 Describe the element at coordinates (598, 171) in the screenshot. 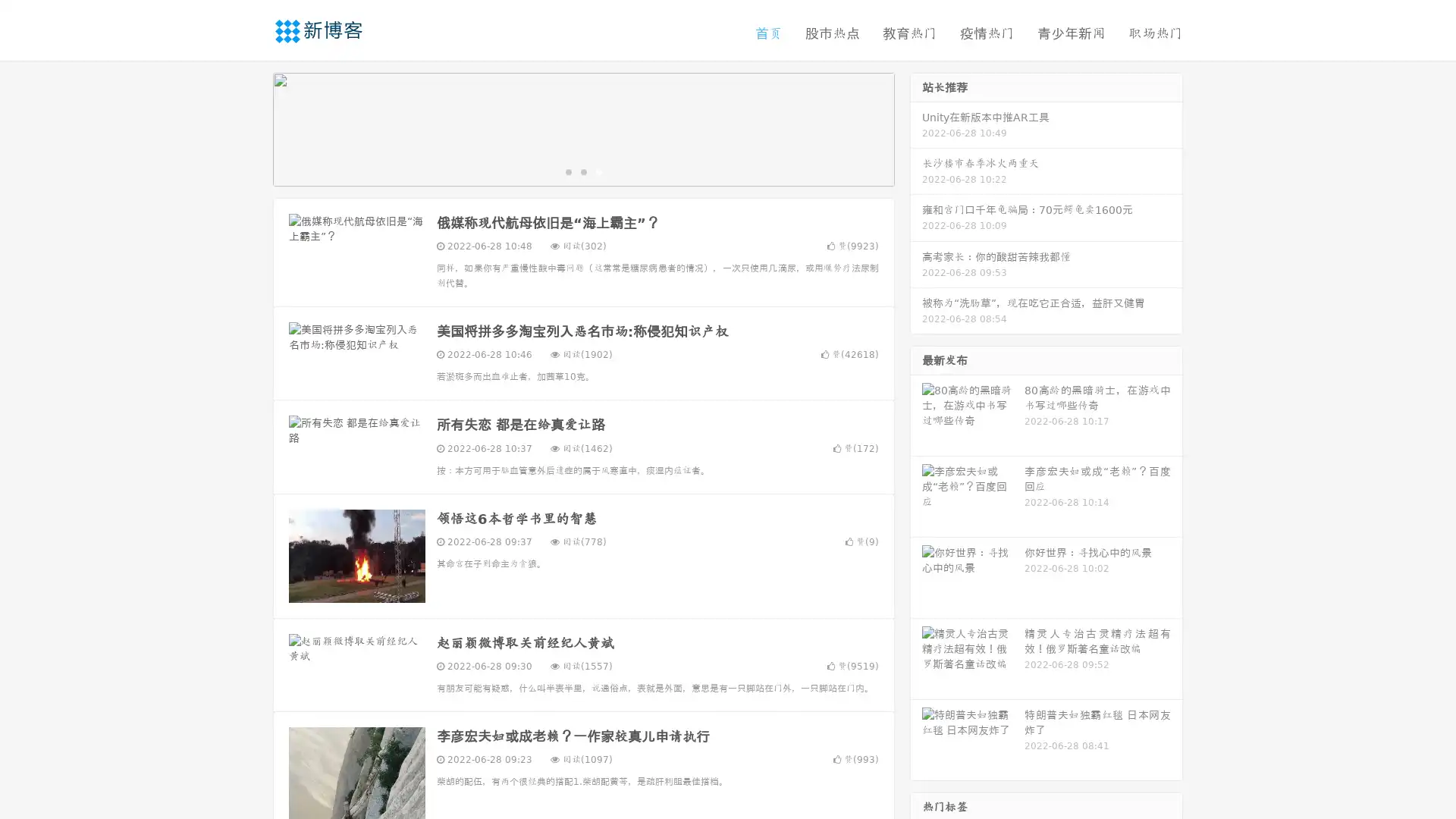

I see `Go to slide 3` at that location.